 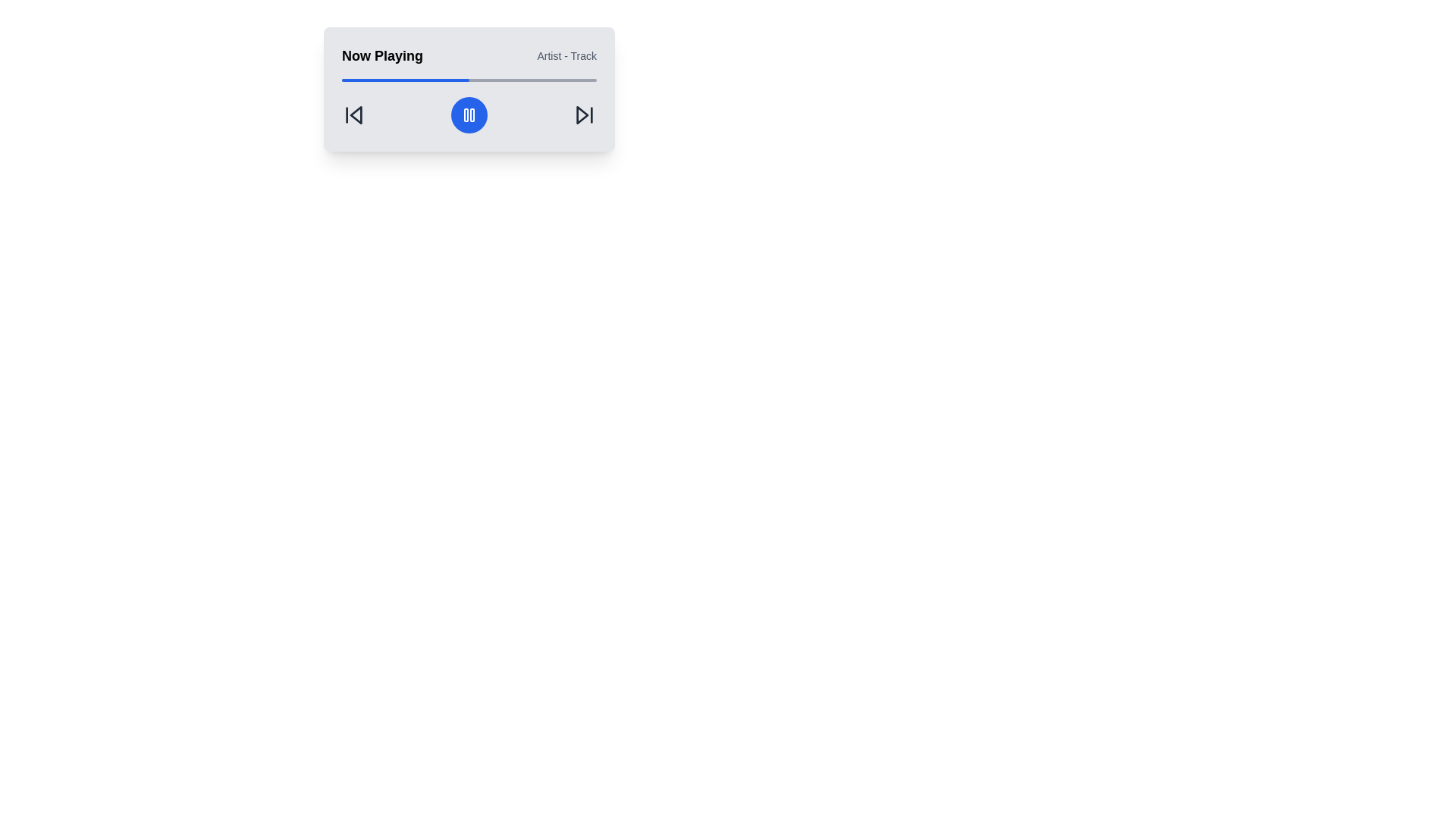 I want to click on the skip-back button in the media control interface for keyboard navigation, so click(x=355, y=114).